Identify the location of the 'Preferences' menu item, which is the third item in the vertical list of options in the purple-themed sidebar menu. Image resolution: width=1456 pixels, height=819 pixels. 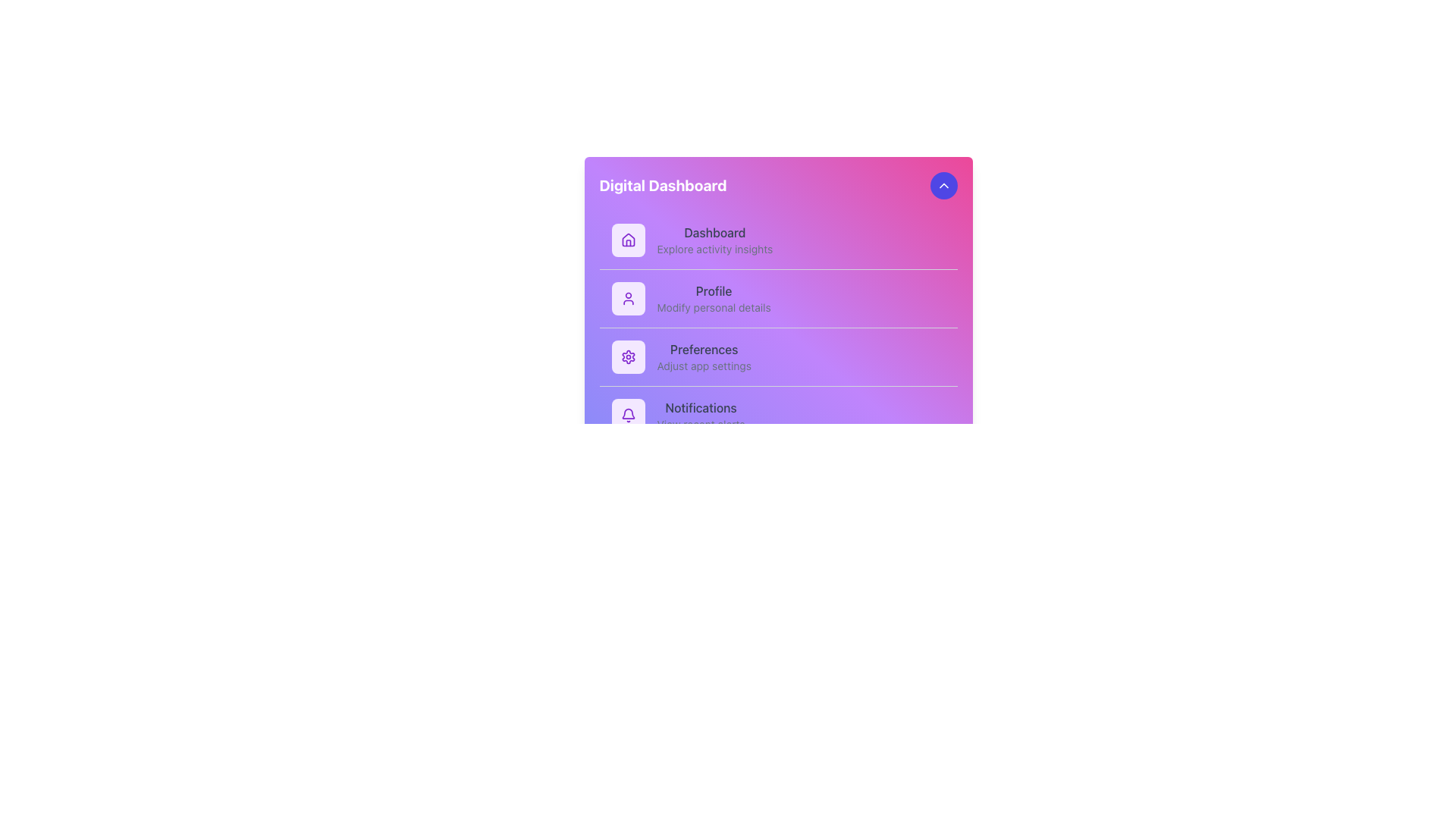
(778, 356).